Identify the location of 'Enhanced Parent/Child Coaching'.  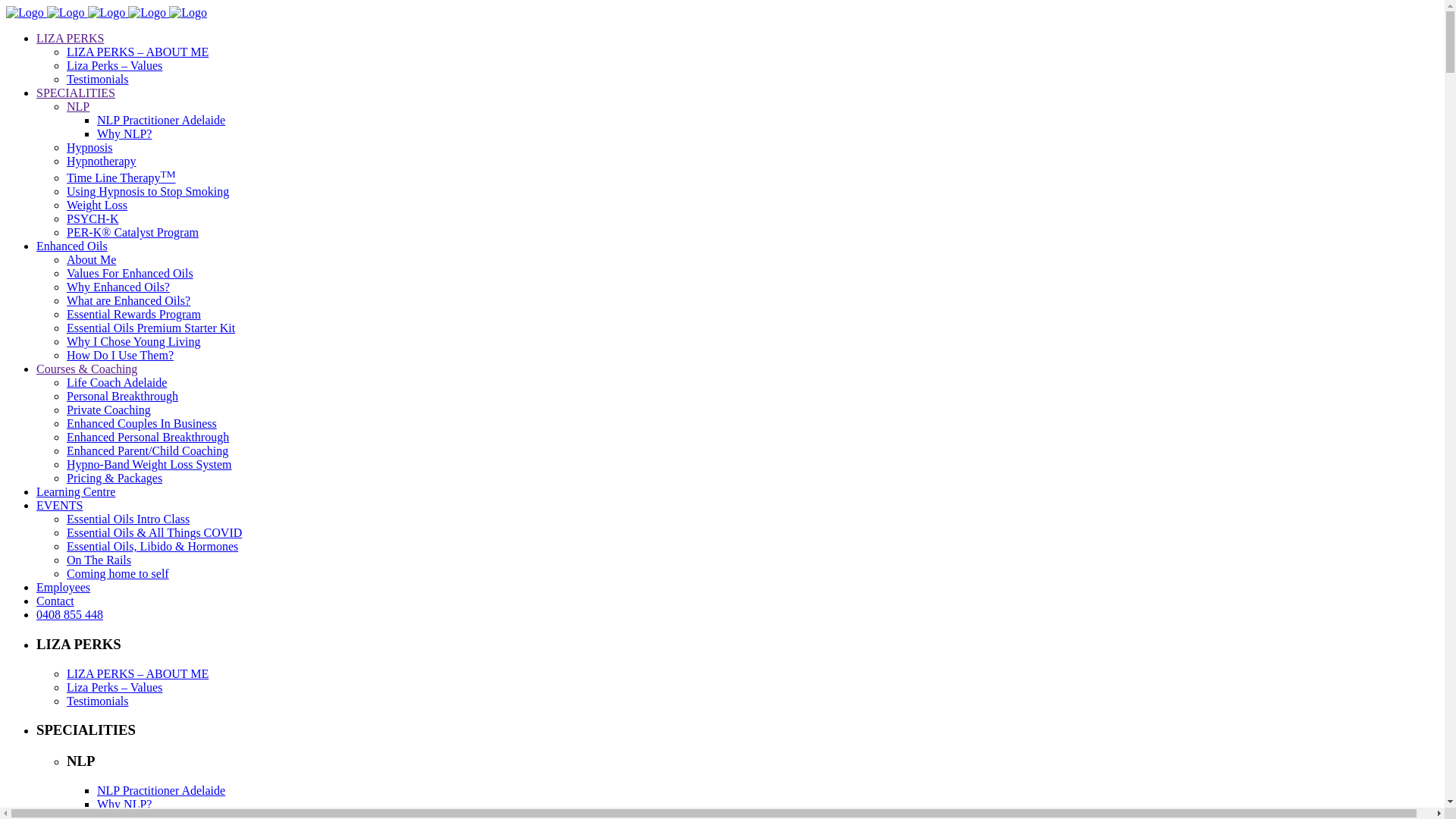
(147, 450).